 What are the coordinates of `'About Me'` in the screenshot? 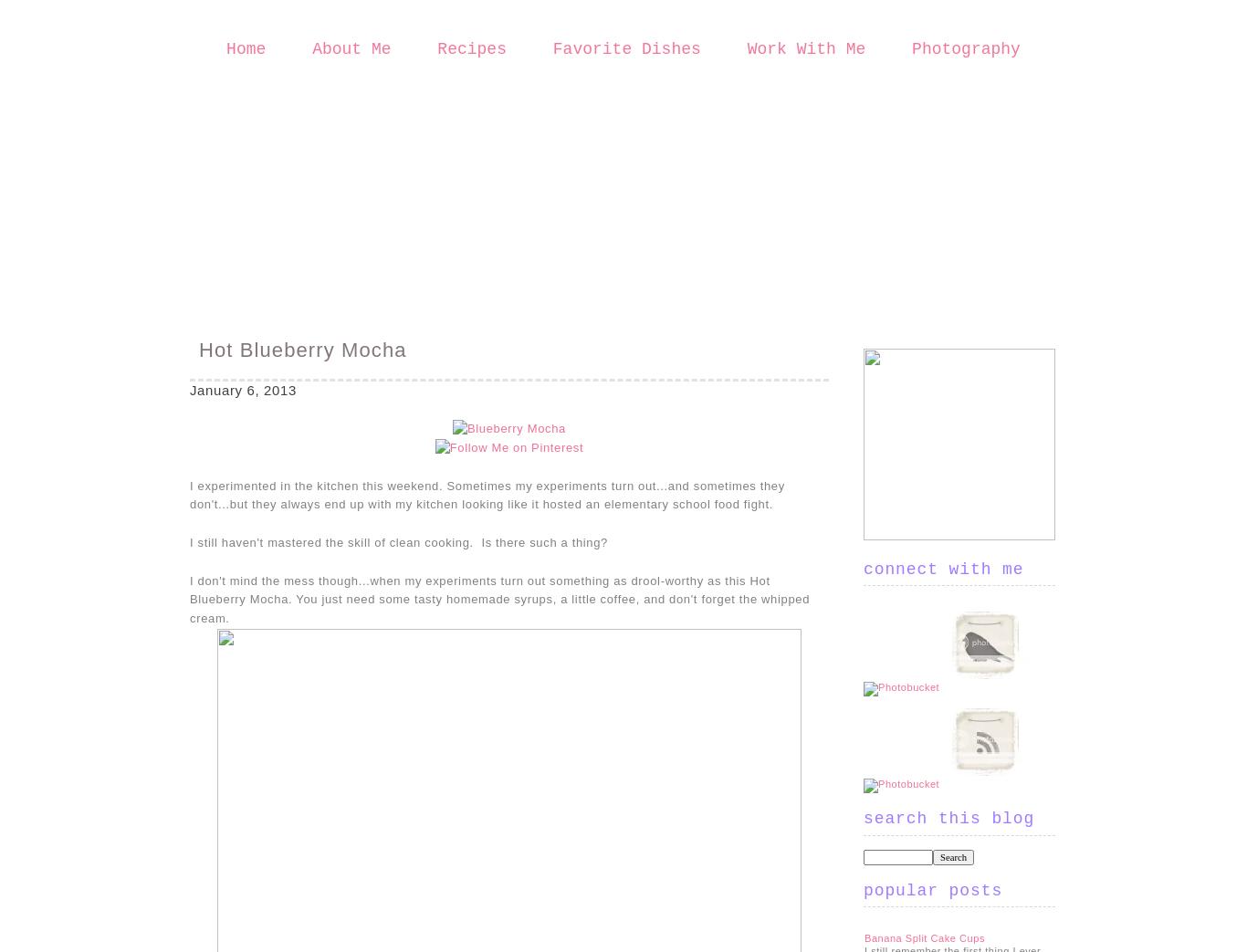 It's located at (350, 48).